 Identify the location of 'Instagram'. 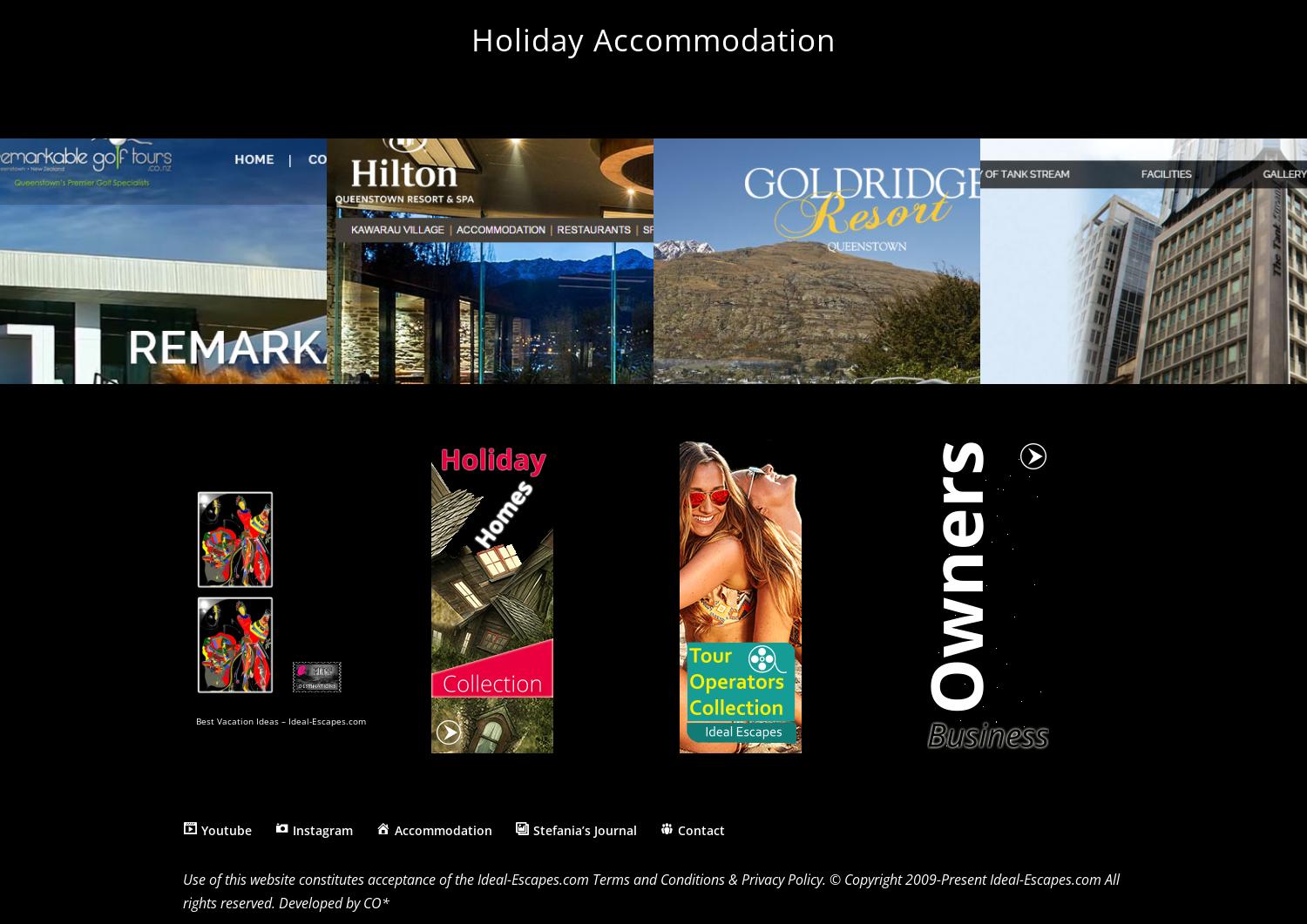
(322, 828).